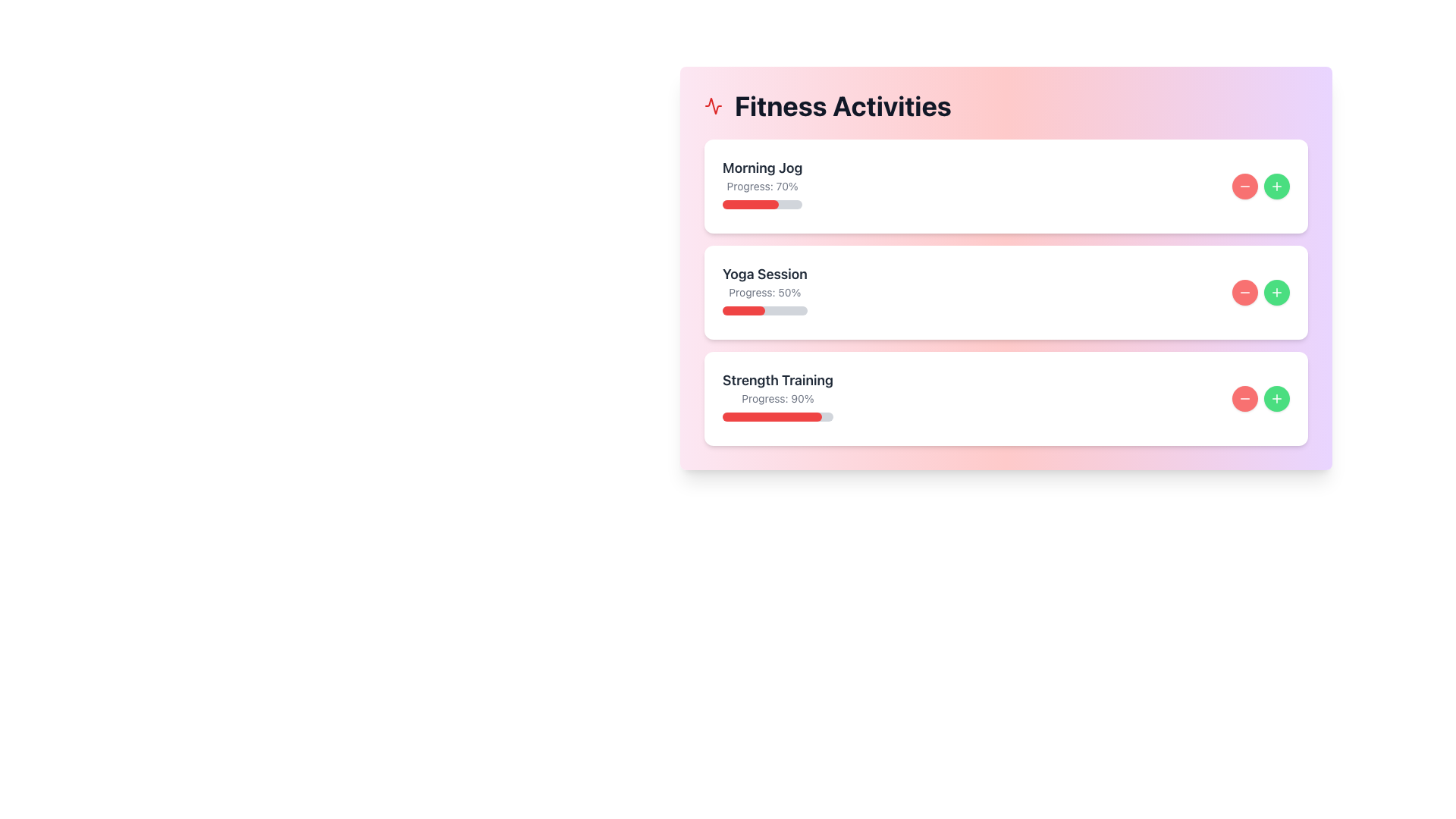 Image resolution: width=1456 pixels, height=819 pixels. Describe the element at coordinates (827, 105) in the screenshot. I see `the large, bold textual header labeled 'Fitness Activities', which features a small red activity icon preceding it, located at the top left area of the interface` at that location.